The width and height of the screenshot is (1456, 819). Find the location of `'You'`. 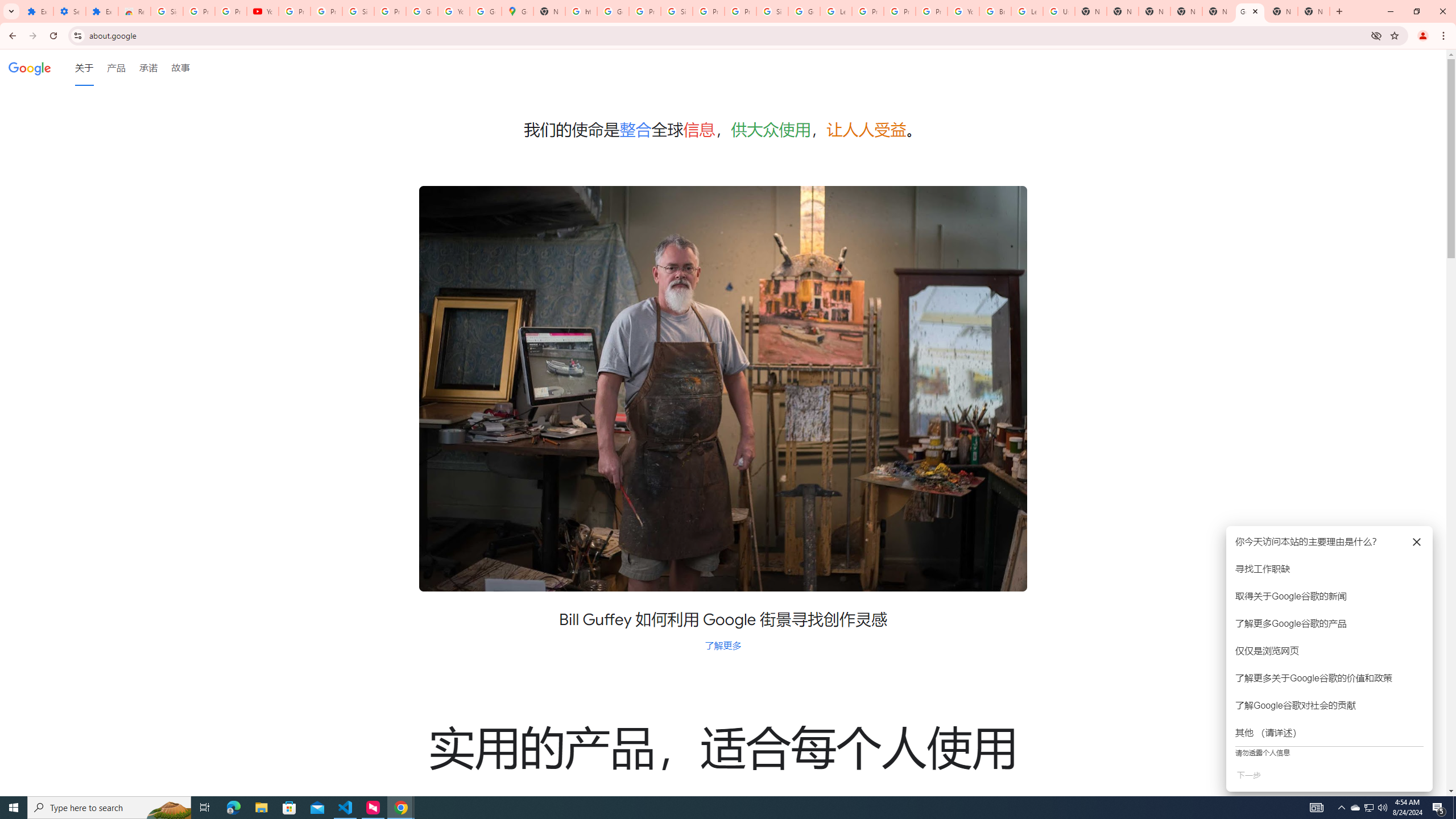

'You' is located at coordinates (1423, 35).